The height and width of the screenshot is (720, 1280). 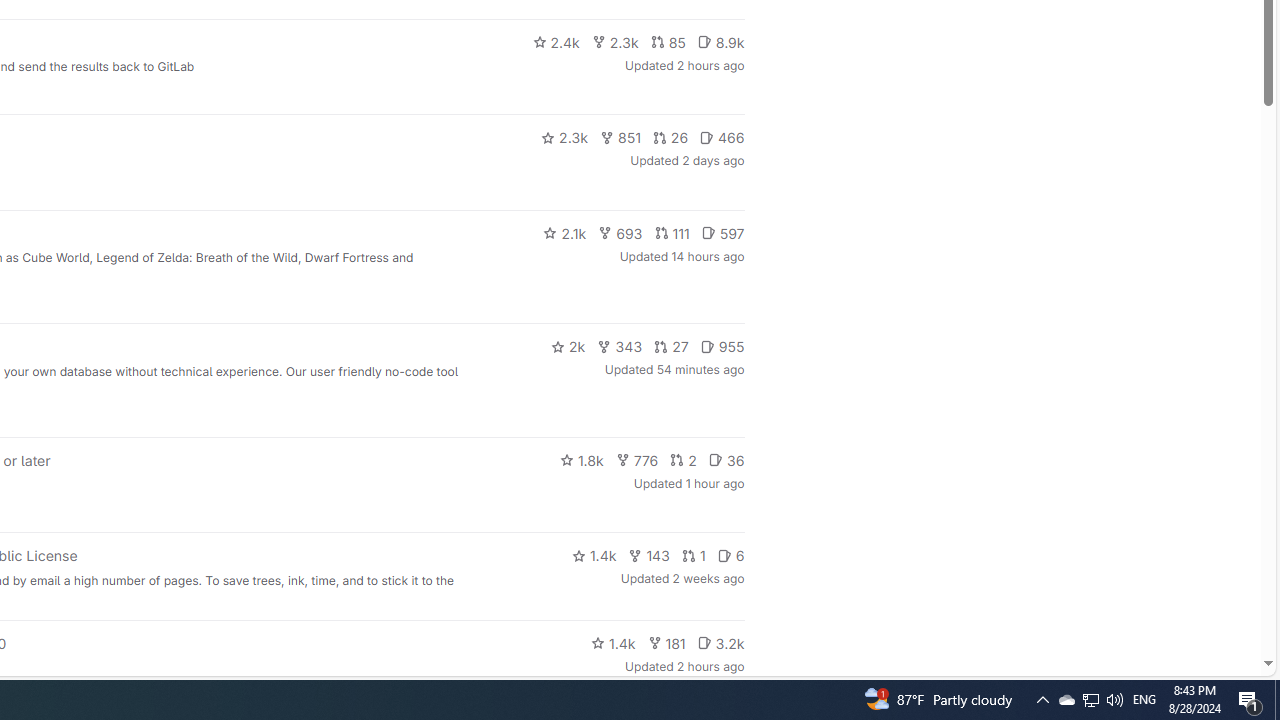 I want to click on '851', so click(x=619, y=136).